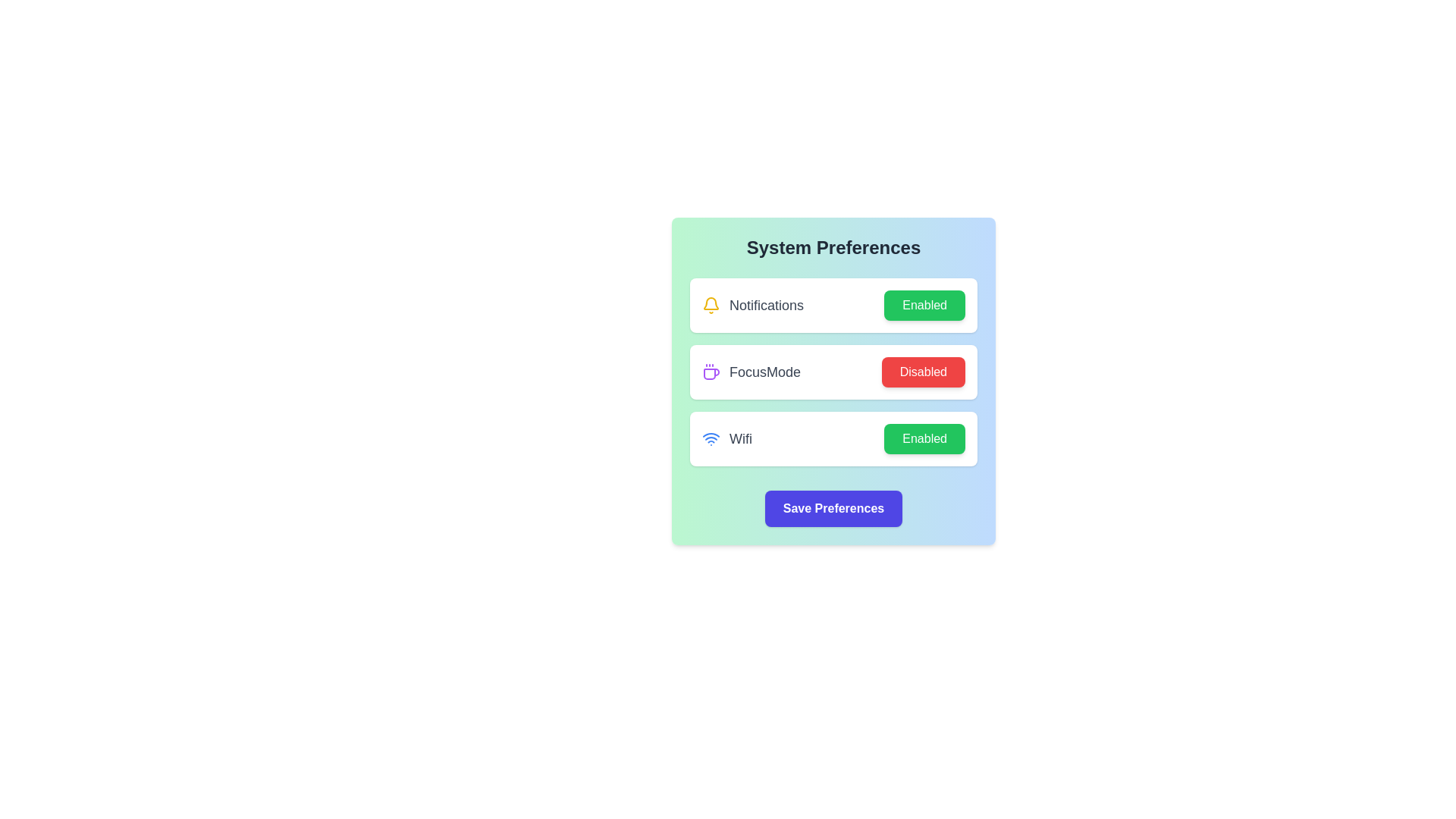 This screenshot has height=819, width=1456. Describe the element at coordinates (833, 372) in the screenshot. I see `the setting area for focusMode` at that location.